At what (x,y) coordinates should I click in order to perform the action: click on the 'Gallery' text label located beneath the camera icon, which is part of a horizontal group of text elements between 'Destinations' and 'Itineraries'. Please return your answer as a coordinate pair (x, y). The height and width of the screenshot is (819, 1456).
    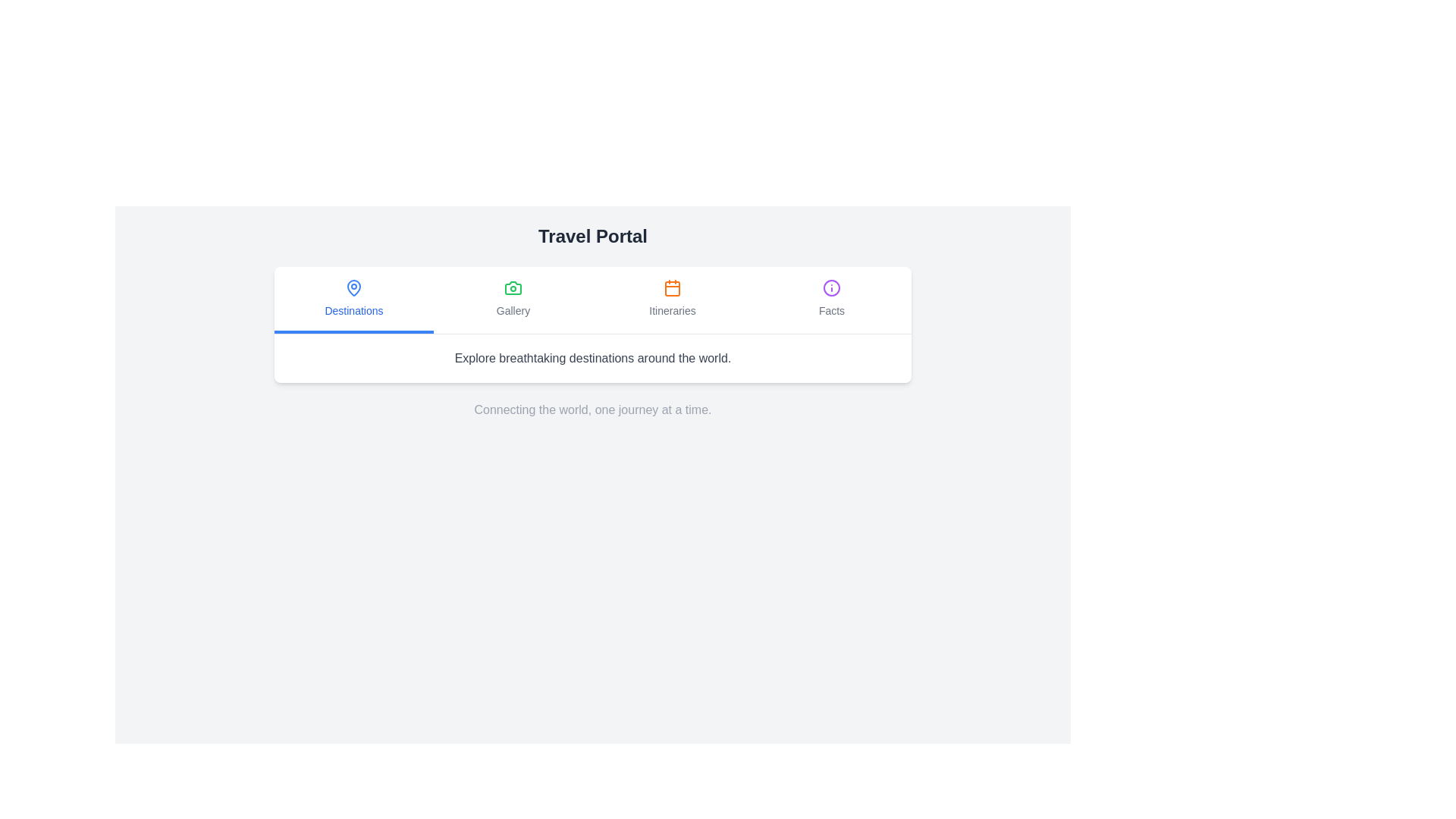
    Looking at the image, I should click on (513, 309).